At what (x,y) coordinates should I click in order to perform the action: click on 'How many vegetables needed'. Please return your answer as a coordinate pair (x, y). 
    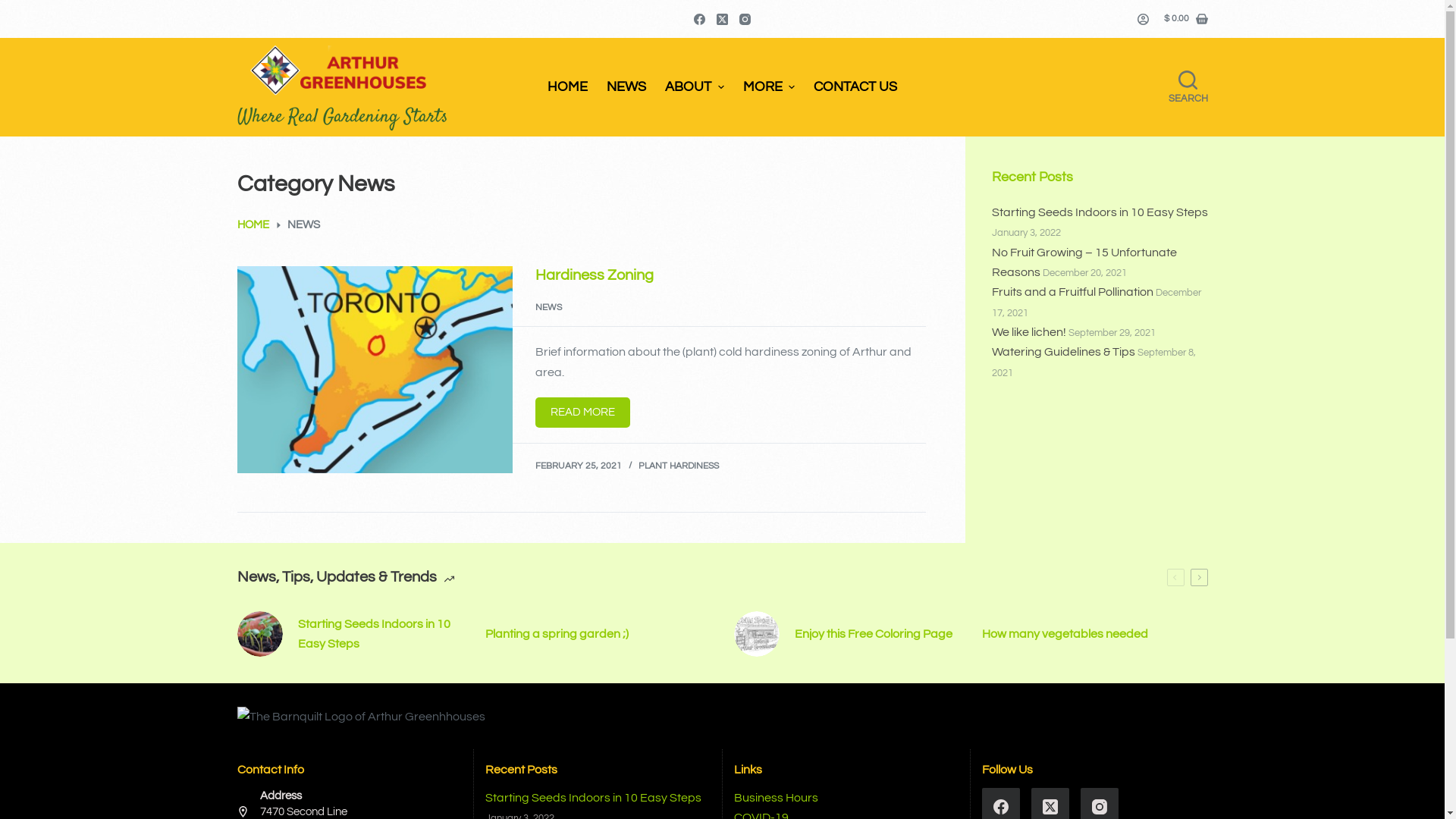
    Looking at the image, I should click on (1095, 634).